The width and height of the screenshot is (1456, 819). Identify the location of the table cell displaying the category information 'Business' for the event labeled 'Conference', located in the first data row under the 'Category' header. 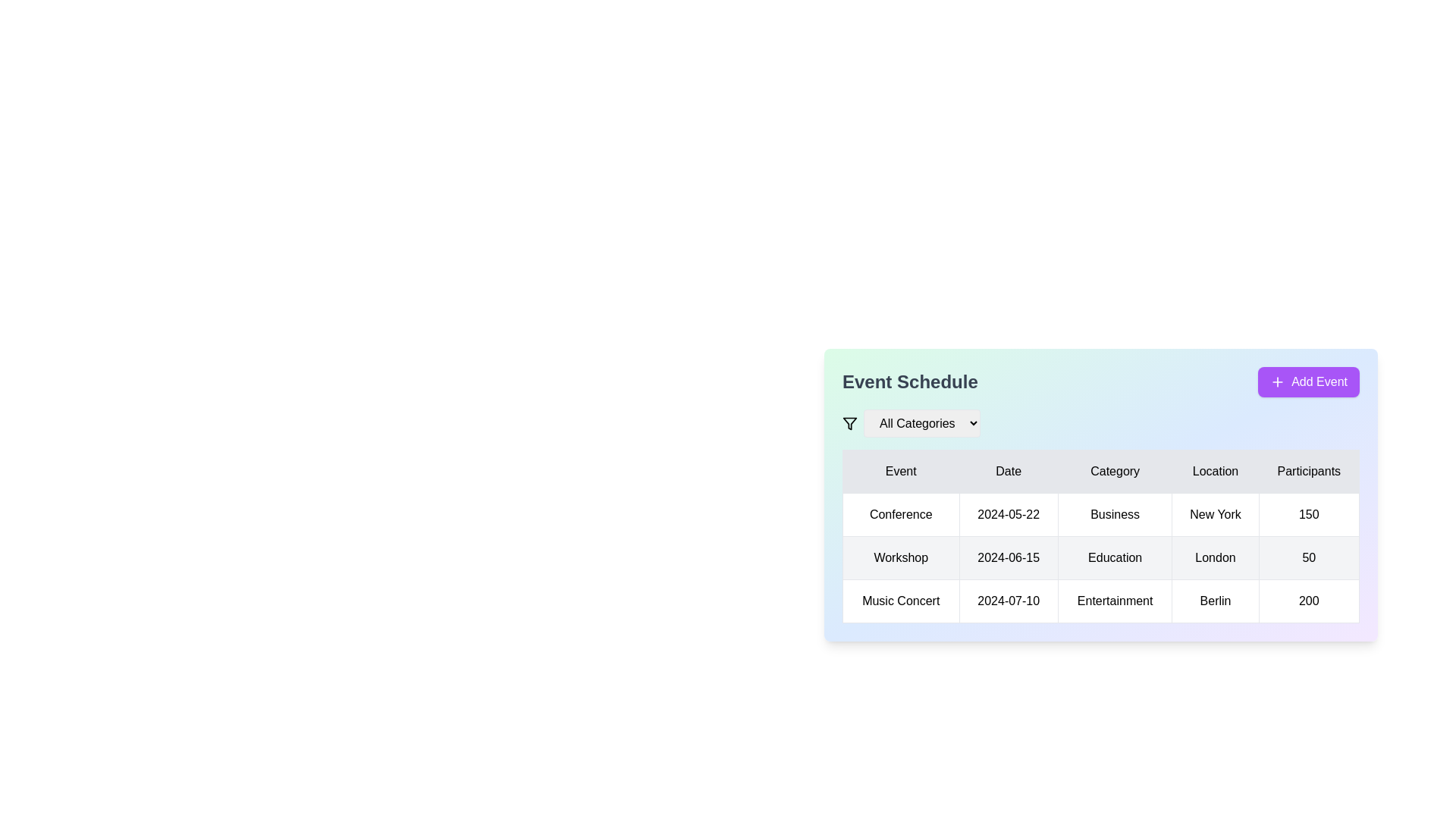
(1100, 520).